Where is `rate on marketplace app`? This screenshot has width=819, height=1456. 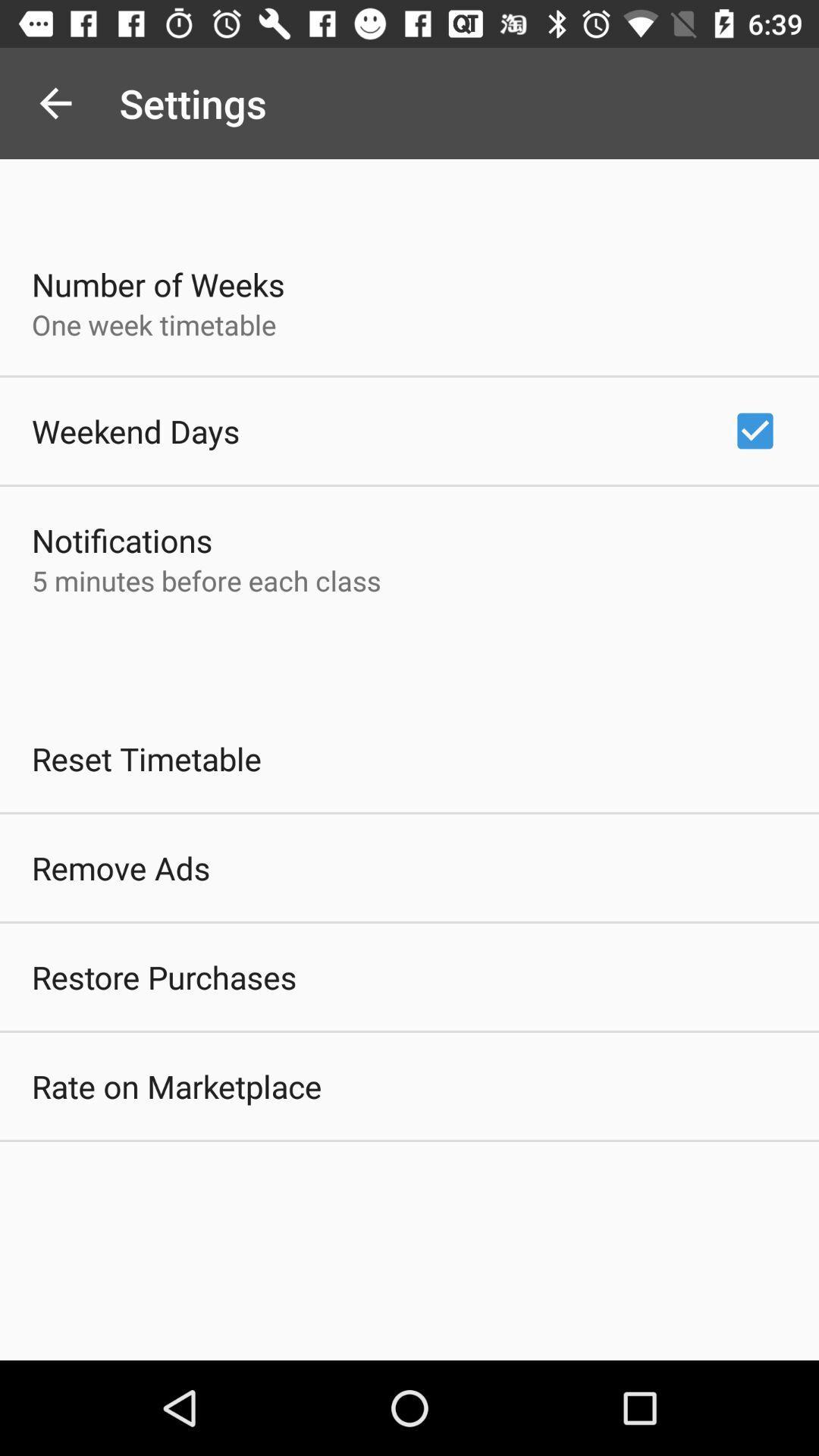
rate on marketplace app is located at coordinates (176, 1085).